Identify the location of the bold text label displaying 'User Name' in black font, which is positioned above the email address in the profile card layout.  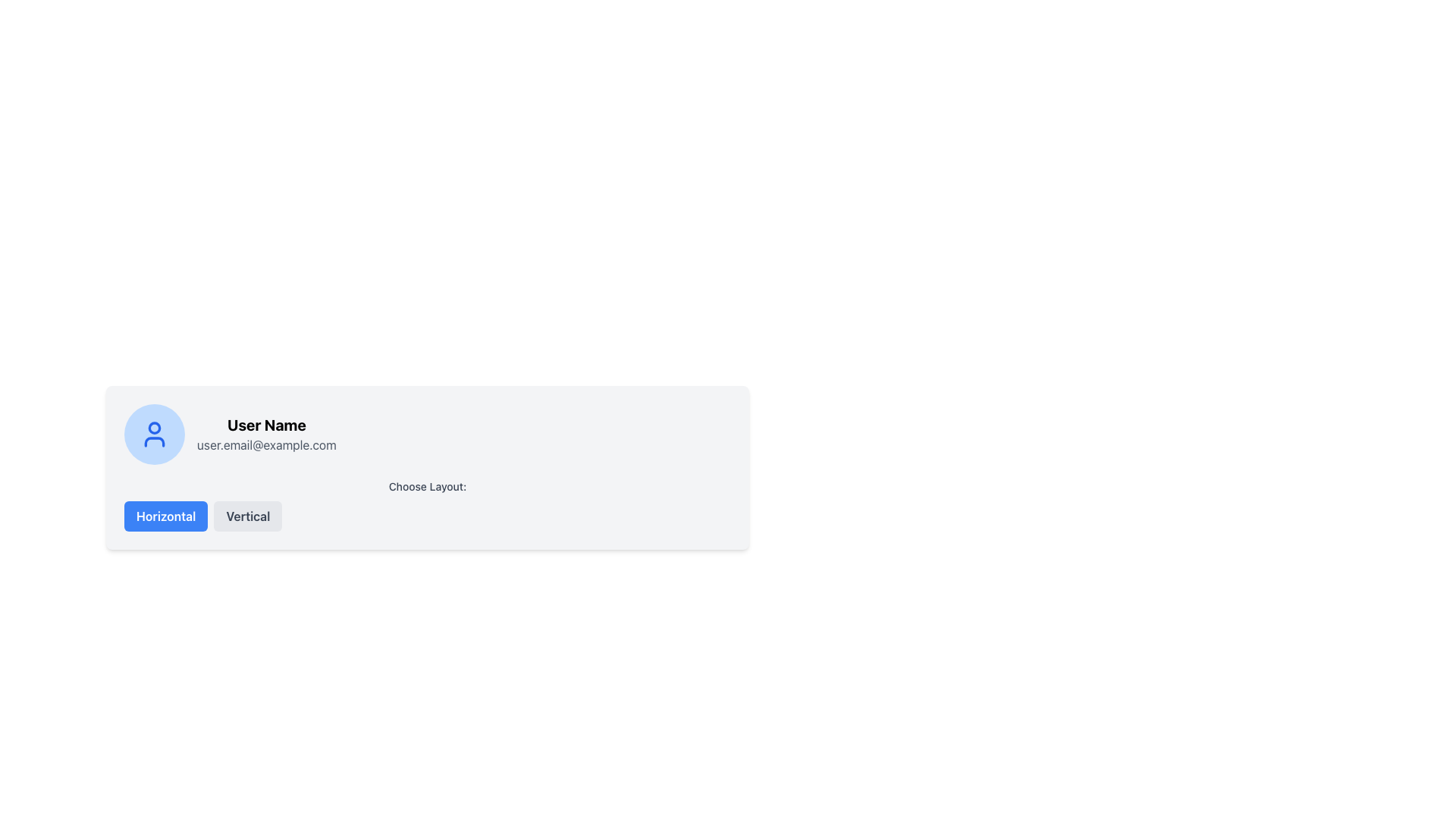
(266, 425).